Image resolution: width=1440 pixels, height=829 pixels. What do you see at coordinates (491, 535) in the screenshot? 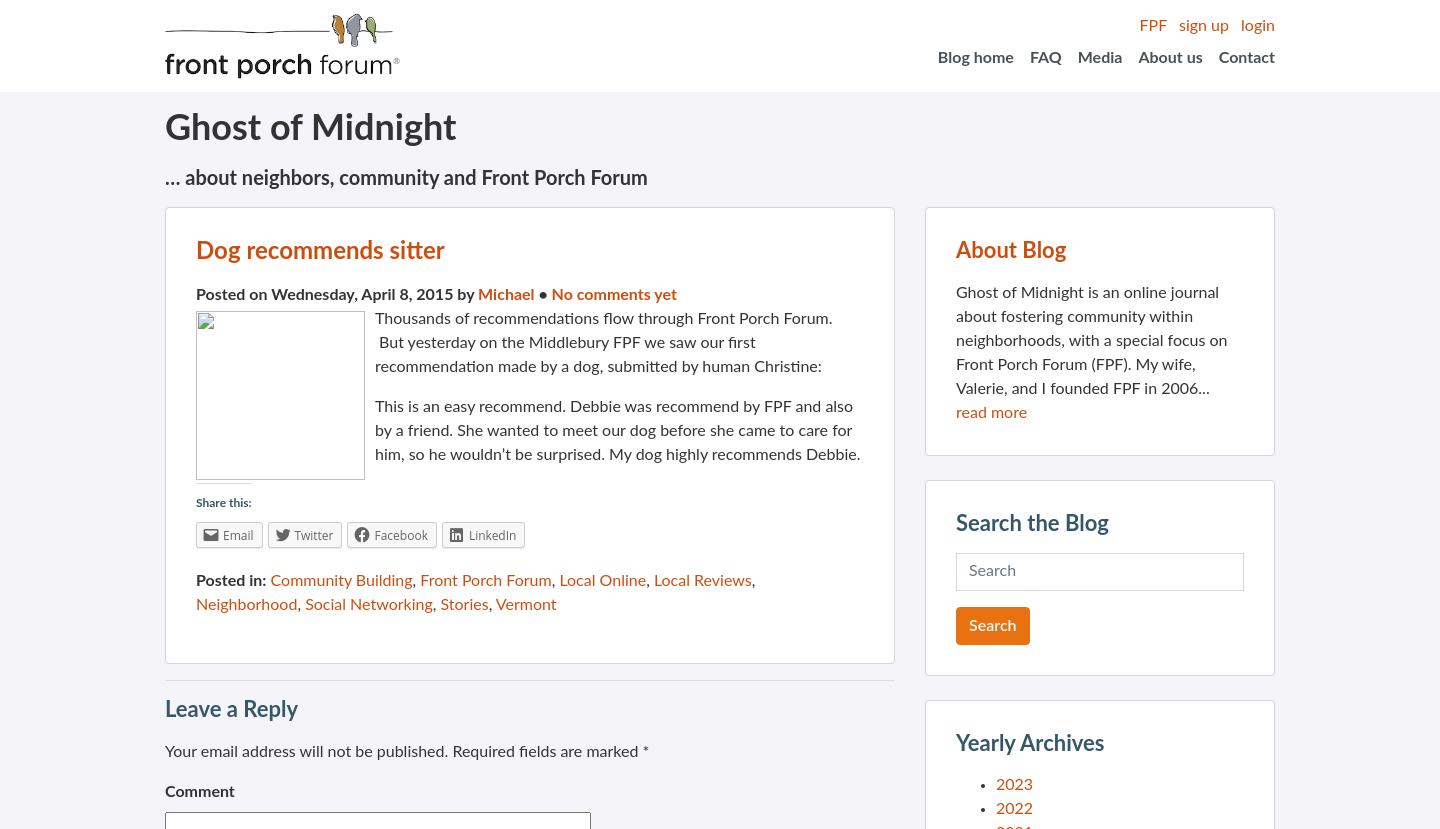
I see `'LinkedIn'` at bounding box center [491, 535].